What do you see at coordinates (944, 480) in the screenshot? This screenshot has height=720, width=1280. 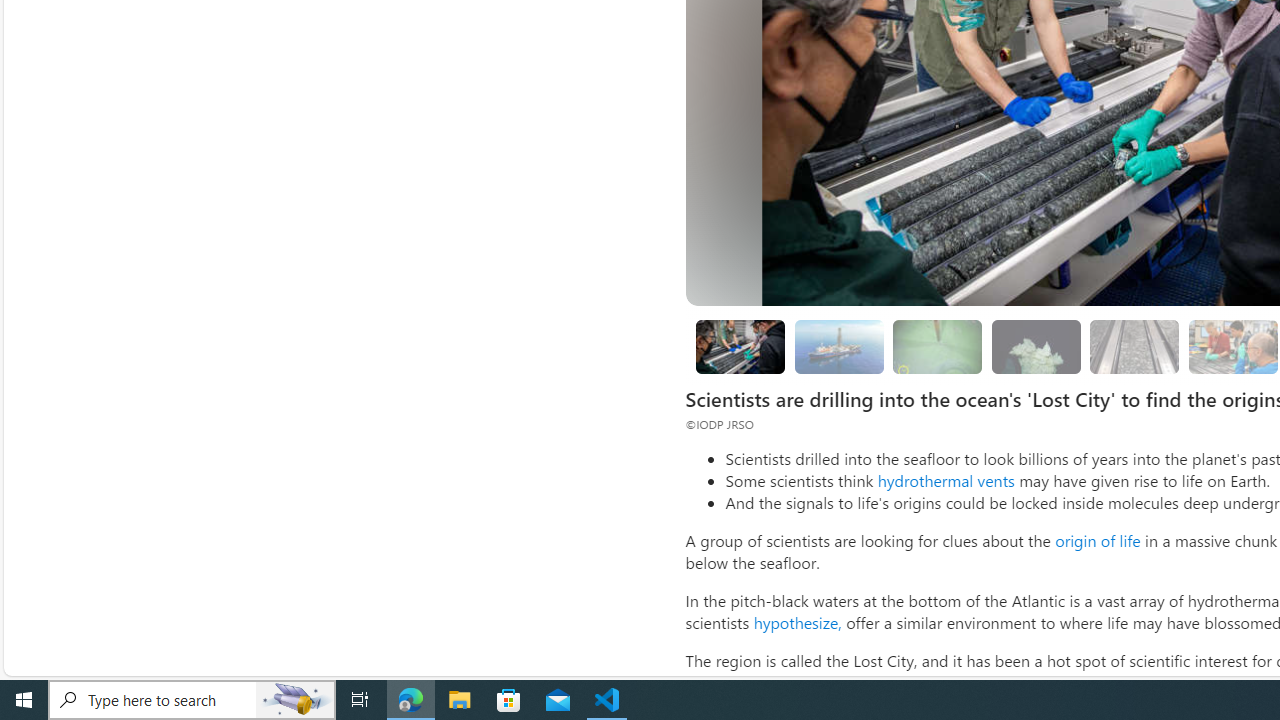 I see `'hydrothermal vents'` at bounding box center [944, 480].